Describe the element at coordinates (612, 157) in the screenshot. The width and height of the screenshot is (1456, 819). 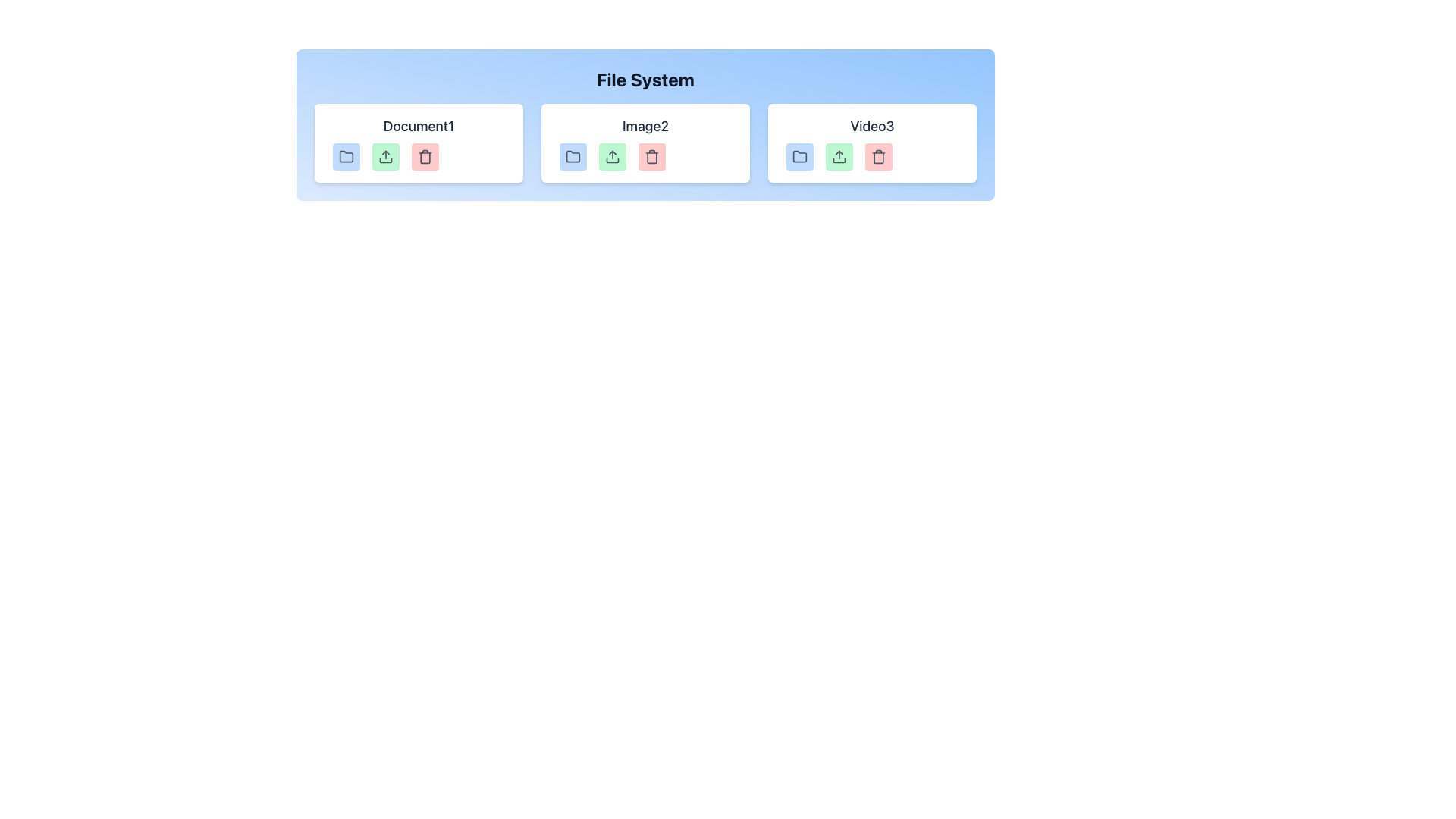
I see `the upload icon located centrally in the 'Image2' section to initiate an upload action` at that location.